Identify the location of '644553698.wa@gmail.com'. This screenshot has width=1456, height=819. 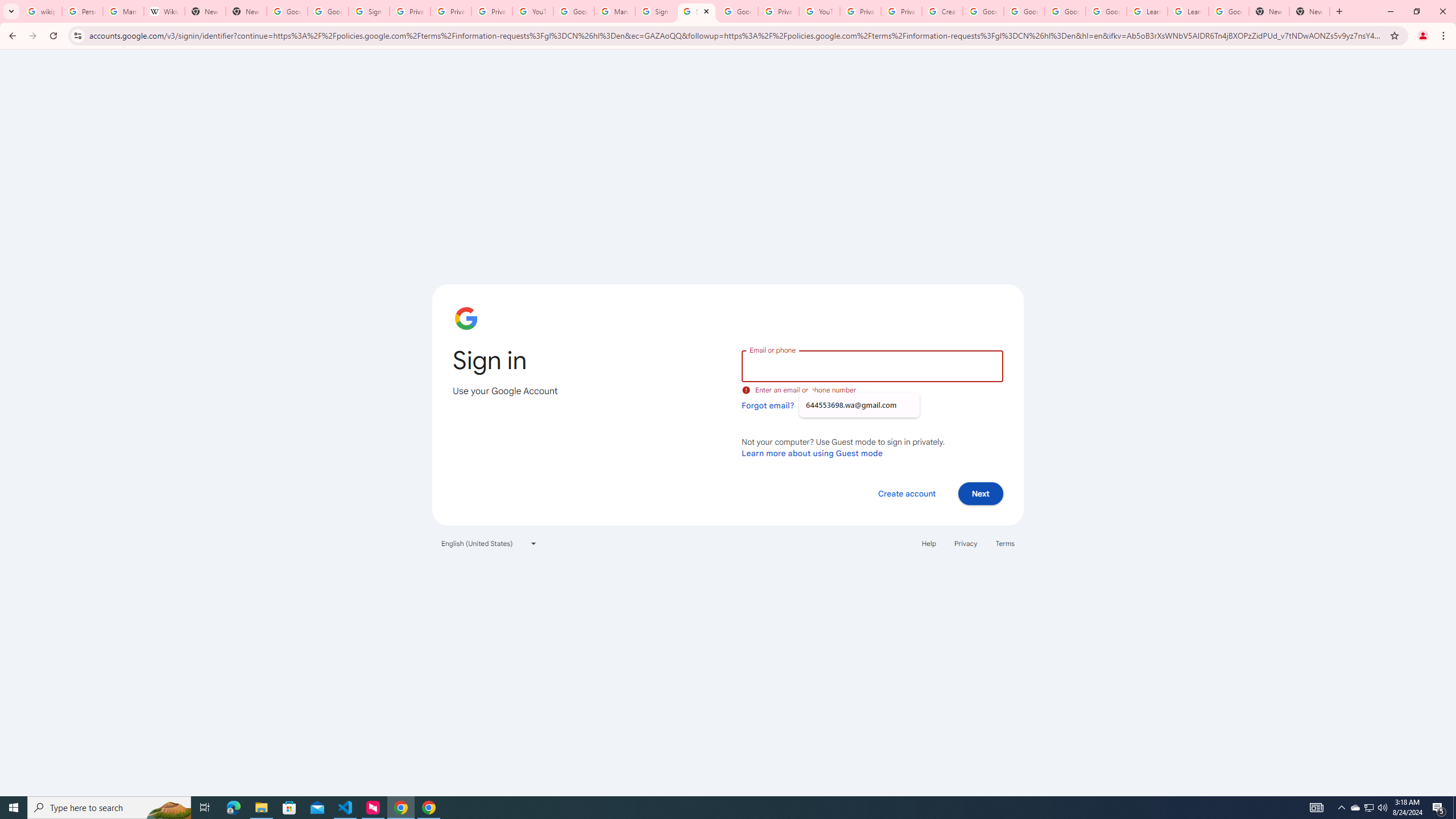
(858, 405).